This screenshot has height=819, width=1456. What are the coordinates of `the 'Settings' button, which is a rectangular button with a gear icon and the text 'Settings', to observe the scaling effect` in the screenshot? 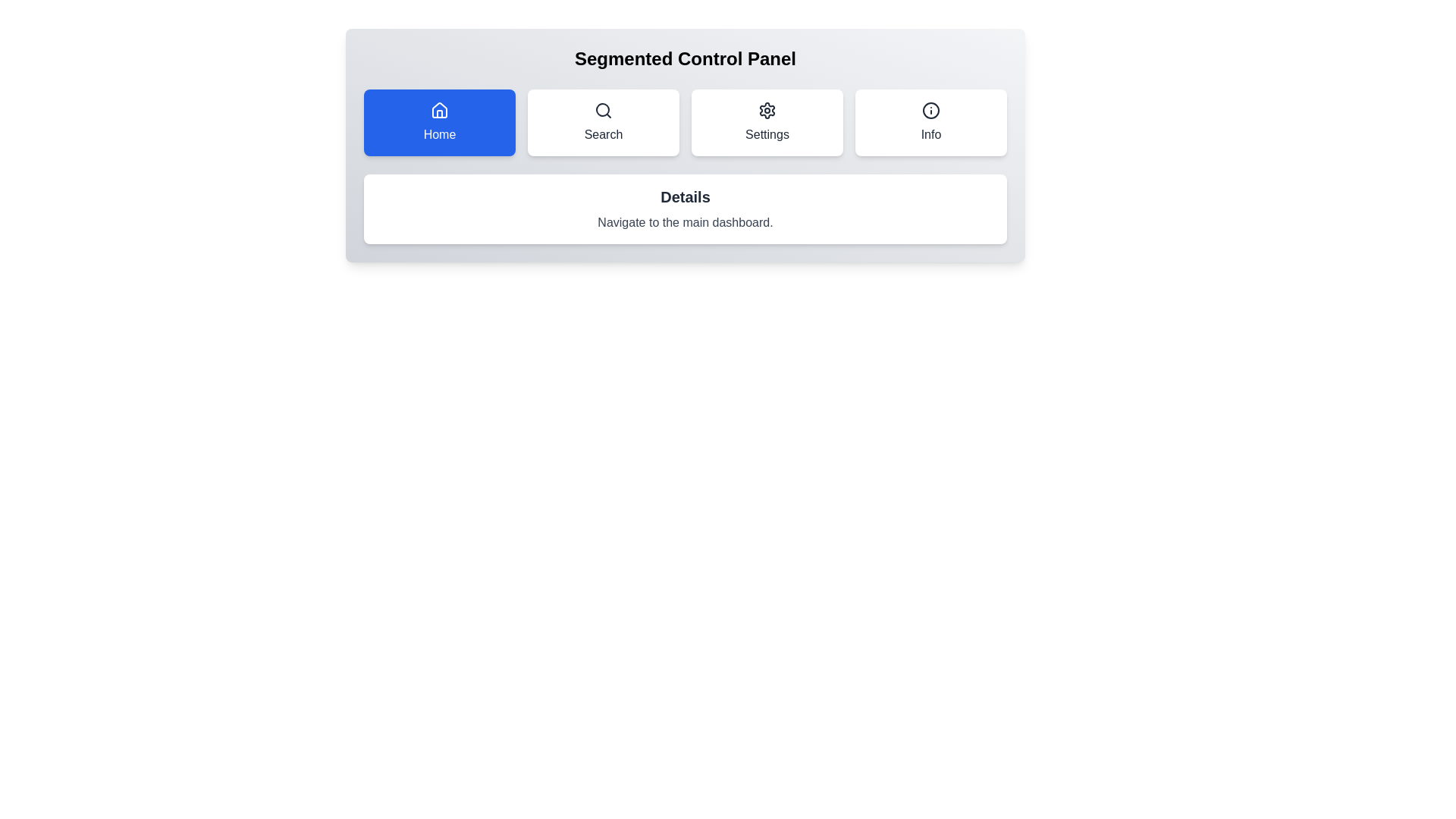 It's located at (767, 122).